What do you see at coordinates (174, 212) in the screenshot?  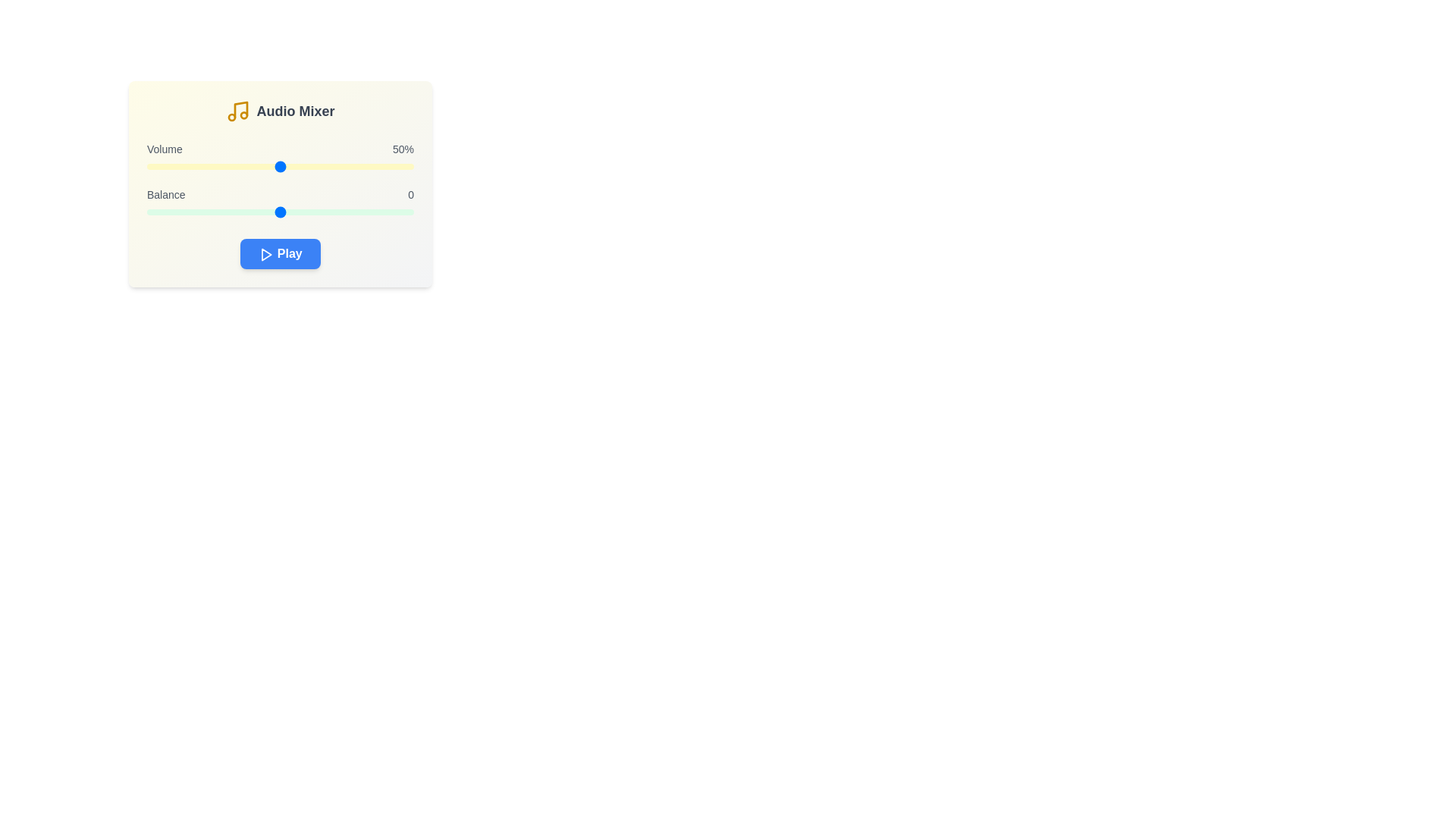 I see `balance` at bounding box center [174, 212].